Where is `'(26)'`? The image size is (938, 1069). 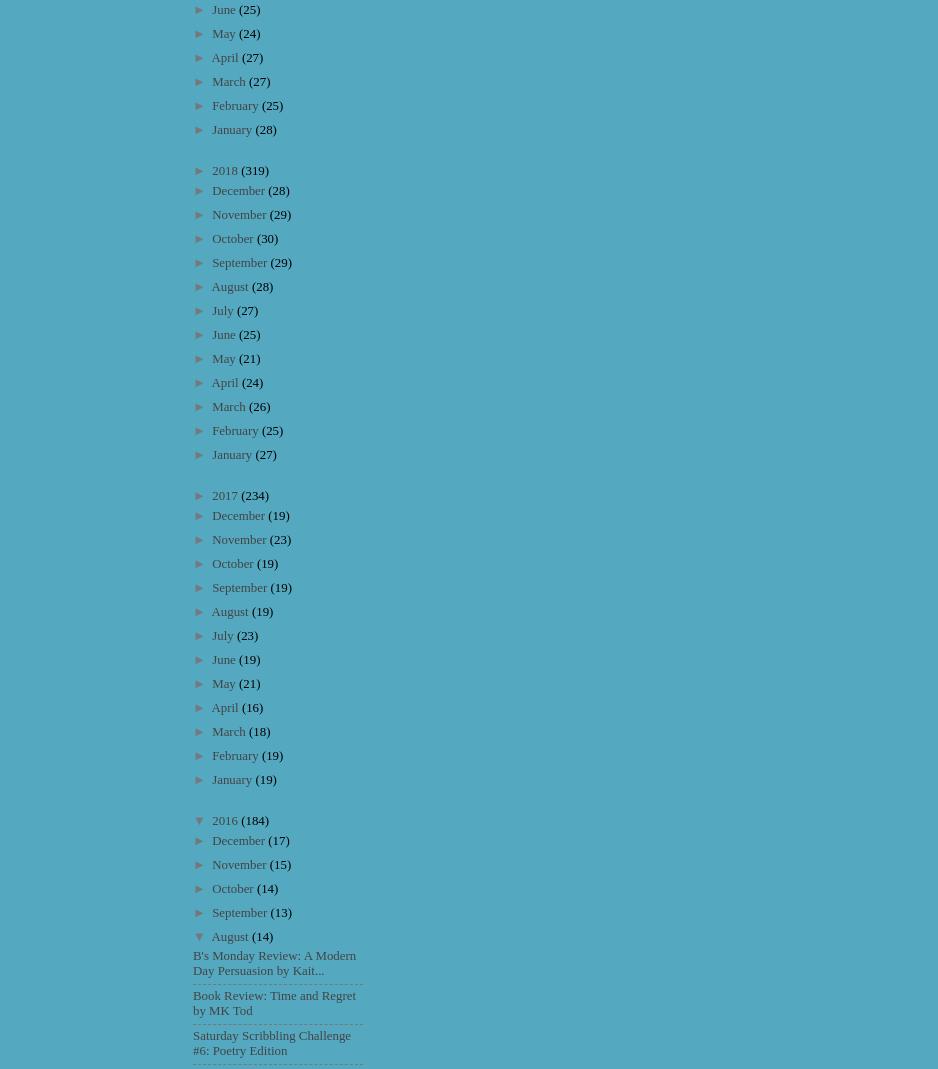 '(26)' is located at coordinates (258, 406).